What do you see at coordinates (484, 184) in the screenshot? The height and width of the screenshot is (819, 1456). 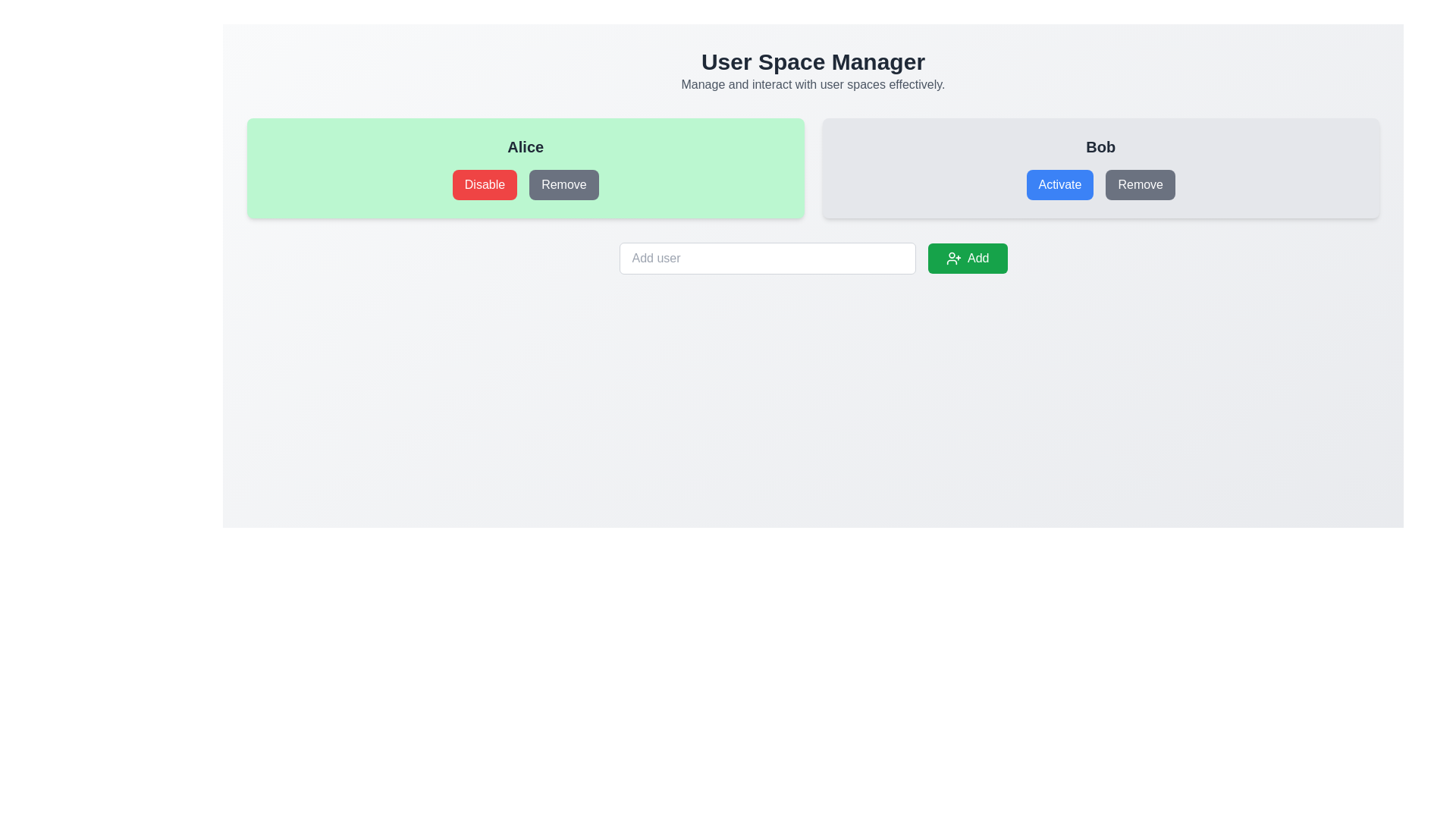 I see `the button that triggers the disabling action for user 'Alice', located immediately to the left of the grey 'Remove' button` at bounding box center [484, 184].